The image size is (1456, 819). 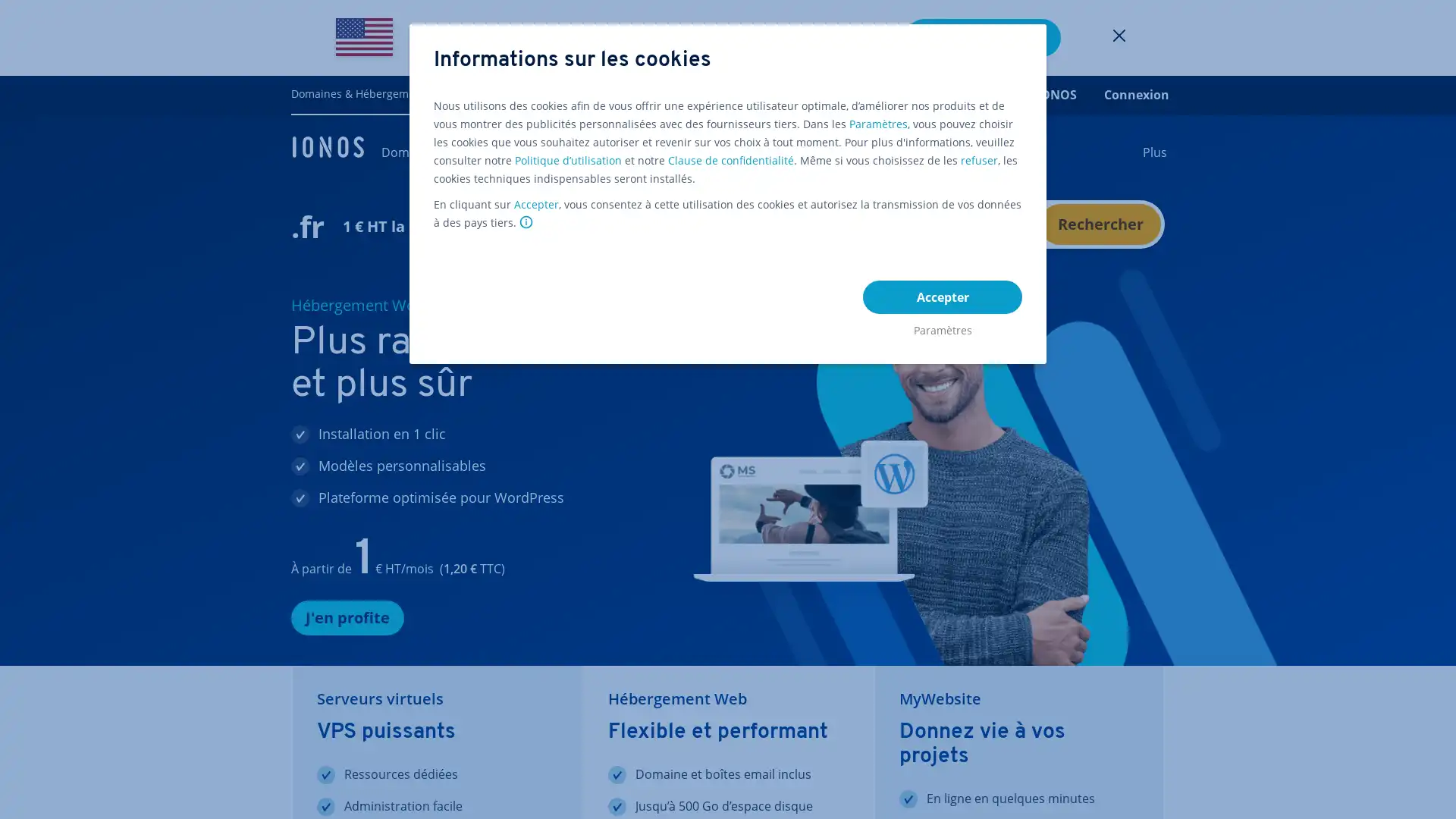 I want to click on WordPress, so click(x=780, y=152).